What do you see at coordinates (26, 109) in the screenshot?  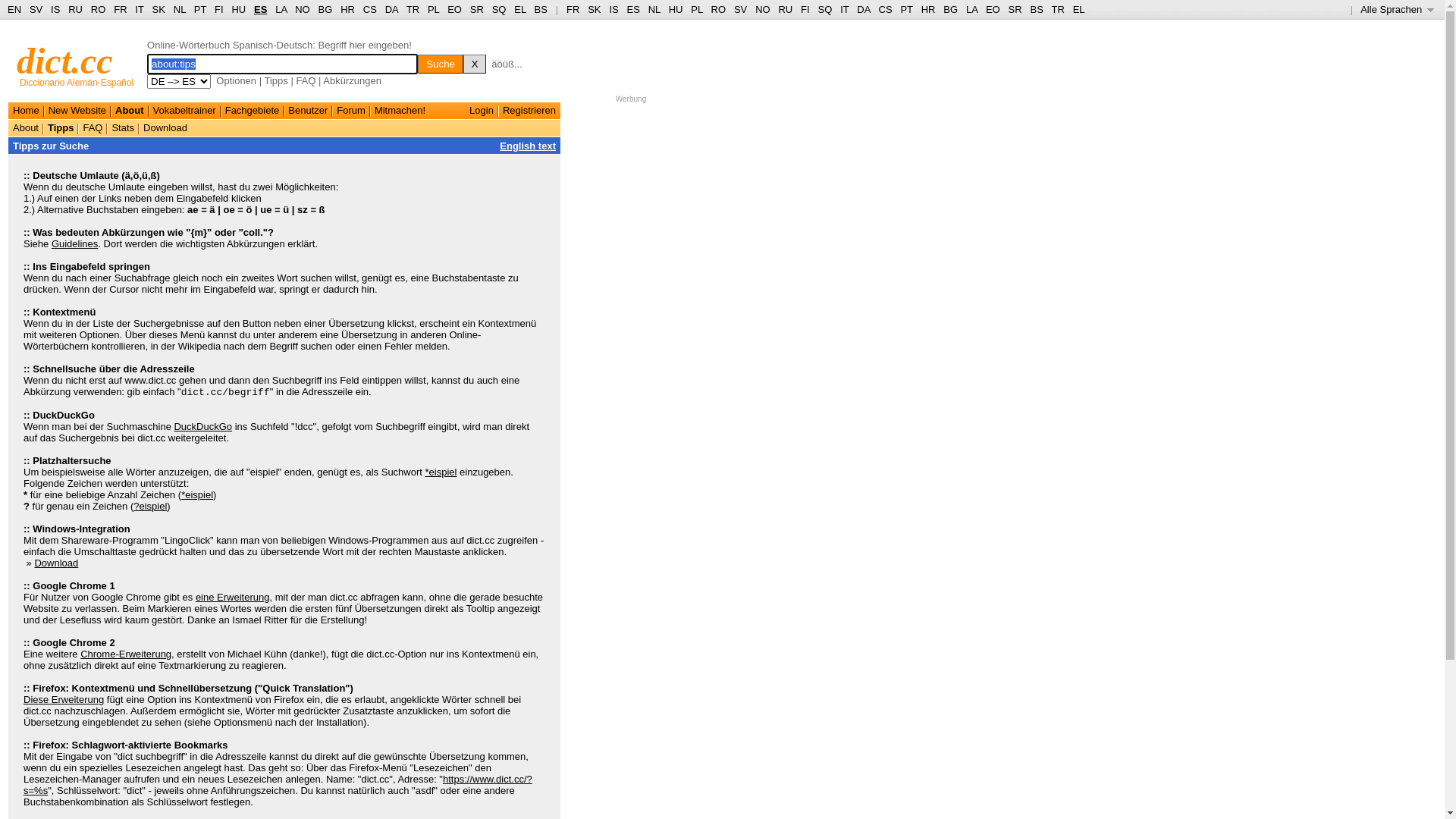 I see `'Home'` at bounding box center [26, 109].